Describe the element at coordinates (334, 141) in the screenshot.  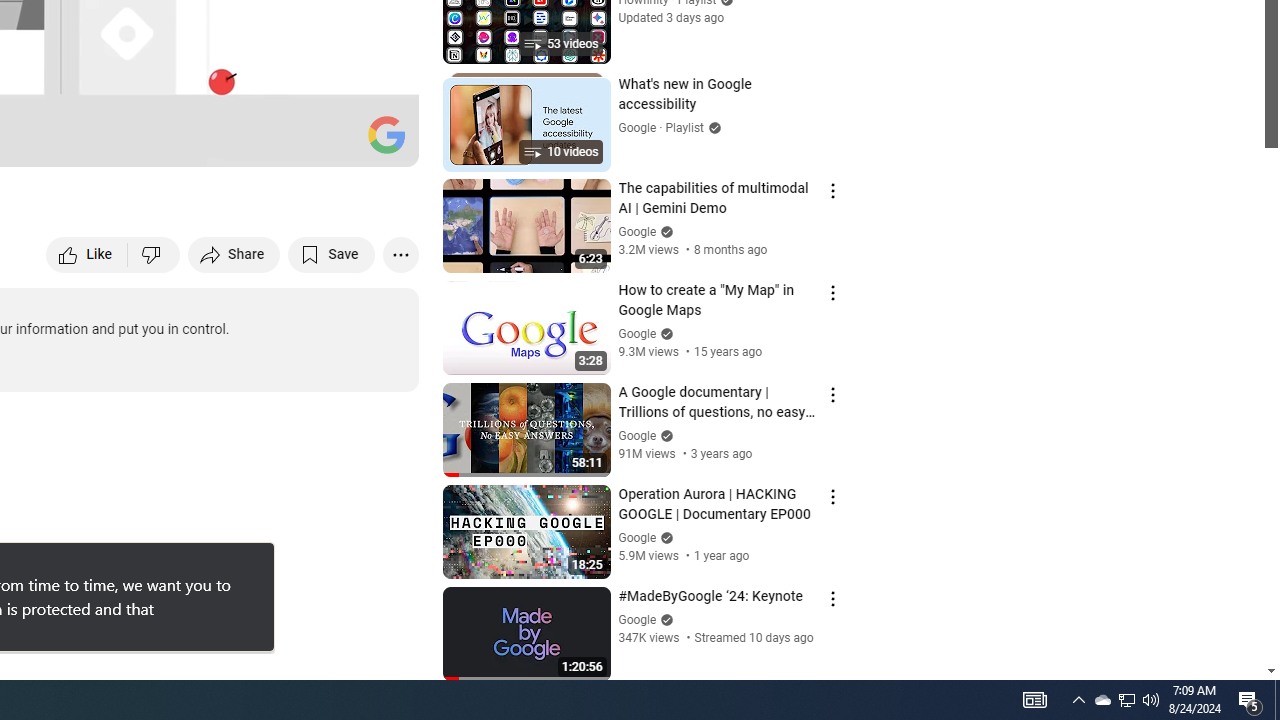
I see `'Theater mode (t)'` at that location.